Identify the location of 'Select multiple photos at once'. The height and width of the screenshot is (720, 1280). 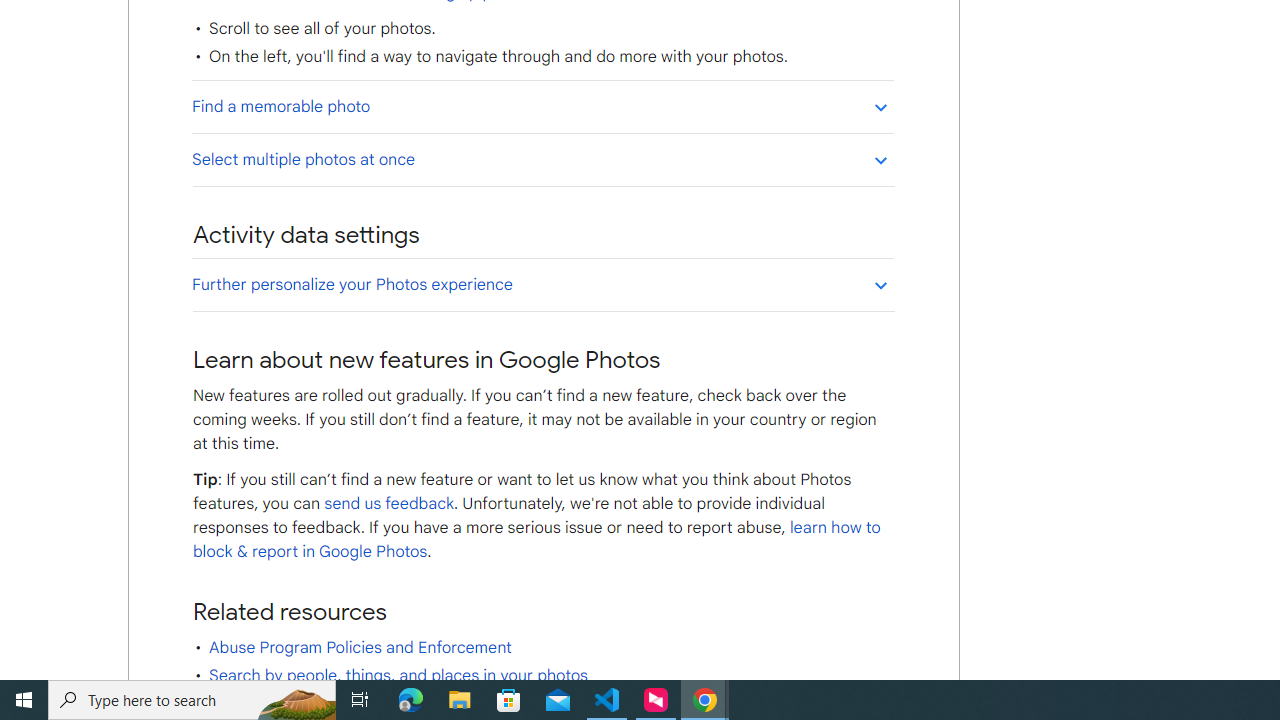
(542, 158).